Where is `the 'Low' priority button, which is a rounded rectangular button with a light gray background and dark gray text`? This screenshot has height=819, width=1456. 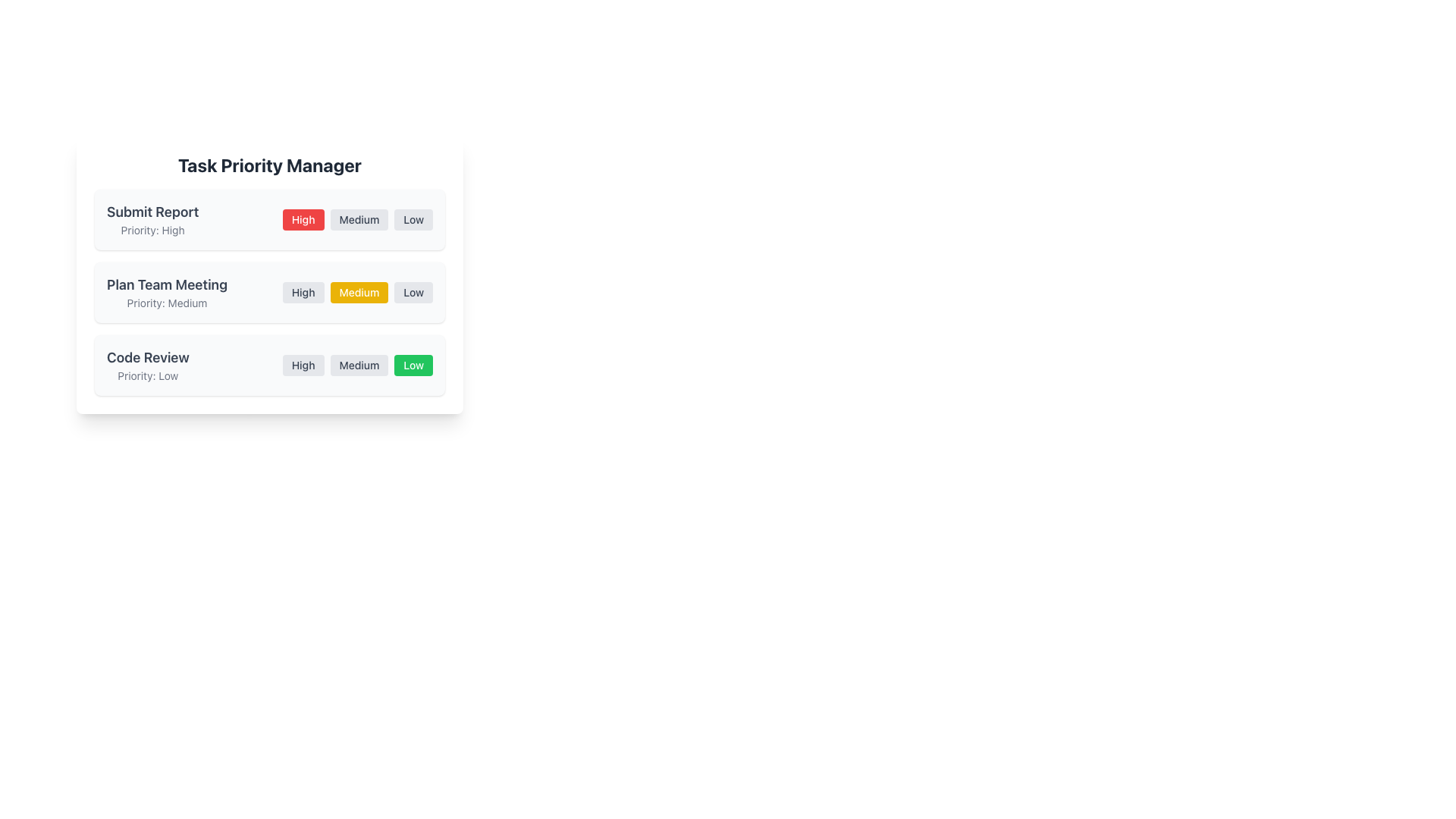
the 'Low' priority button, which is a rounded rectangular button with a light gray background and dark gray text is located at coordinates (413, 219).